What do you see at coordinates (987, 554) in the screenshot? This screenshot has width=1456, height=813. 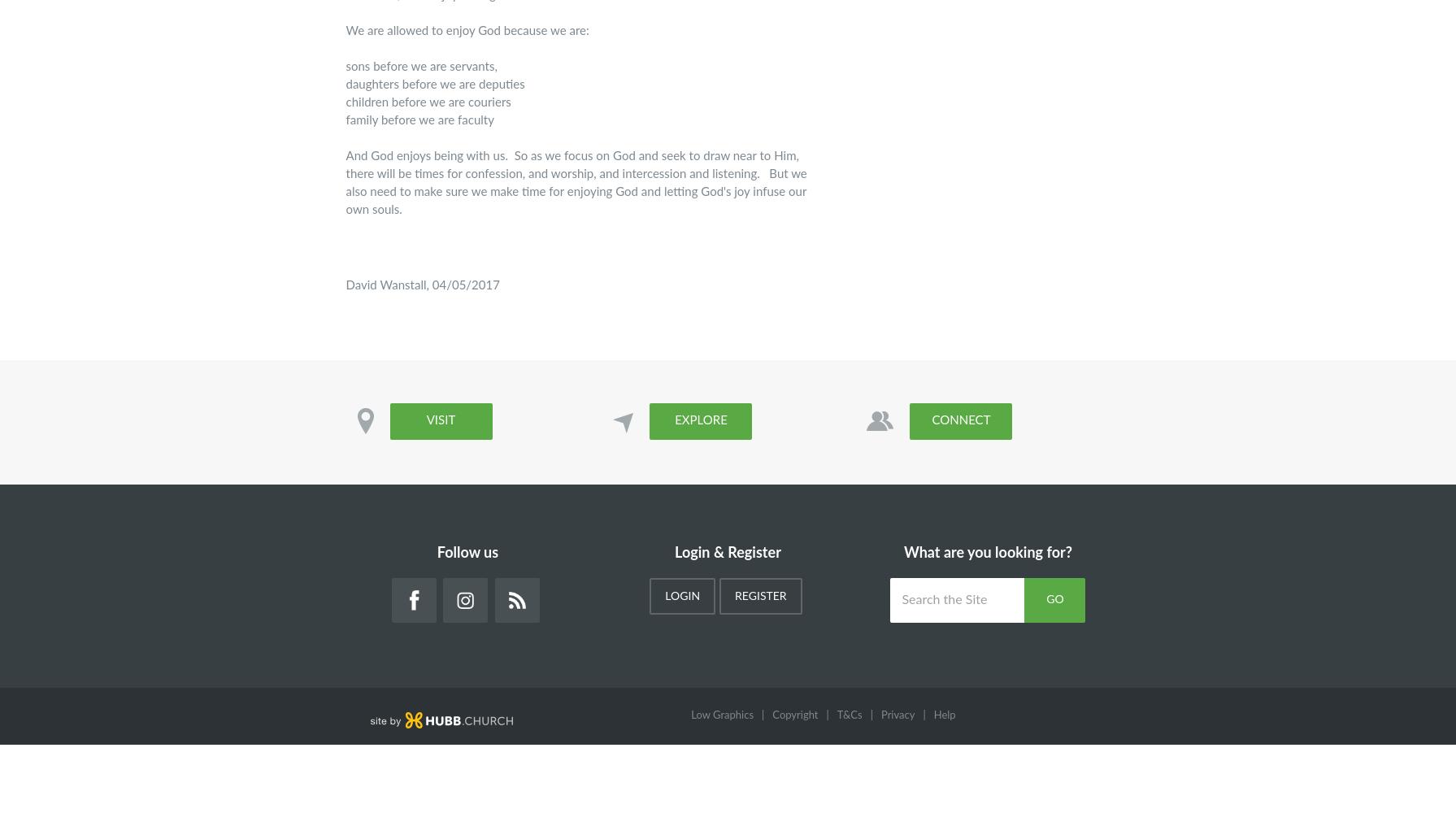 I see `'What are you looking for?'` at bounding box center [987, 554].